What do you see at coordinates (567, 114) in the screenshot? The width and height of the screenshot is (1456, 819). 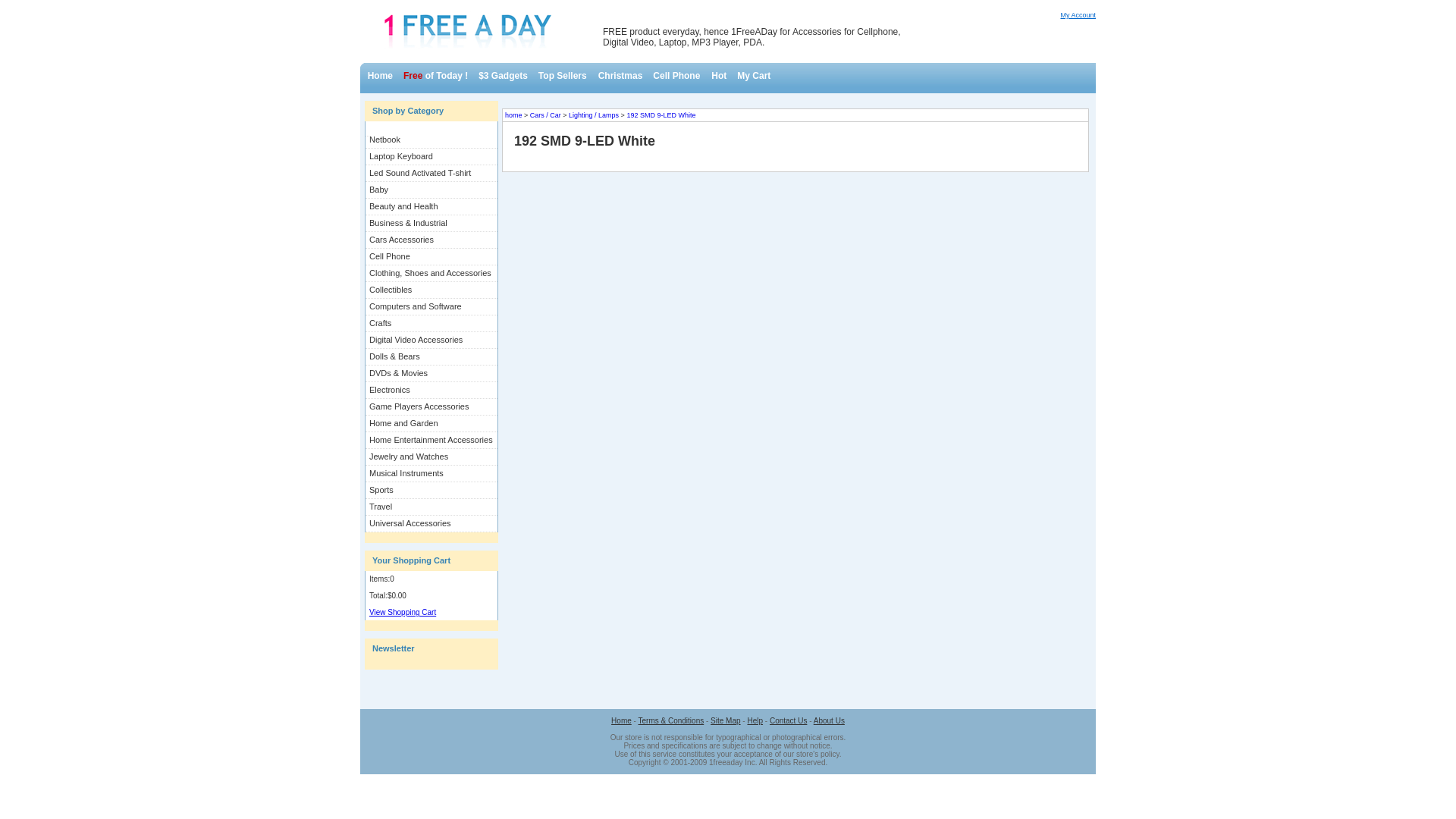 I see `'Lighting / Lamps'` at bounding box center [567, 114].